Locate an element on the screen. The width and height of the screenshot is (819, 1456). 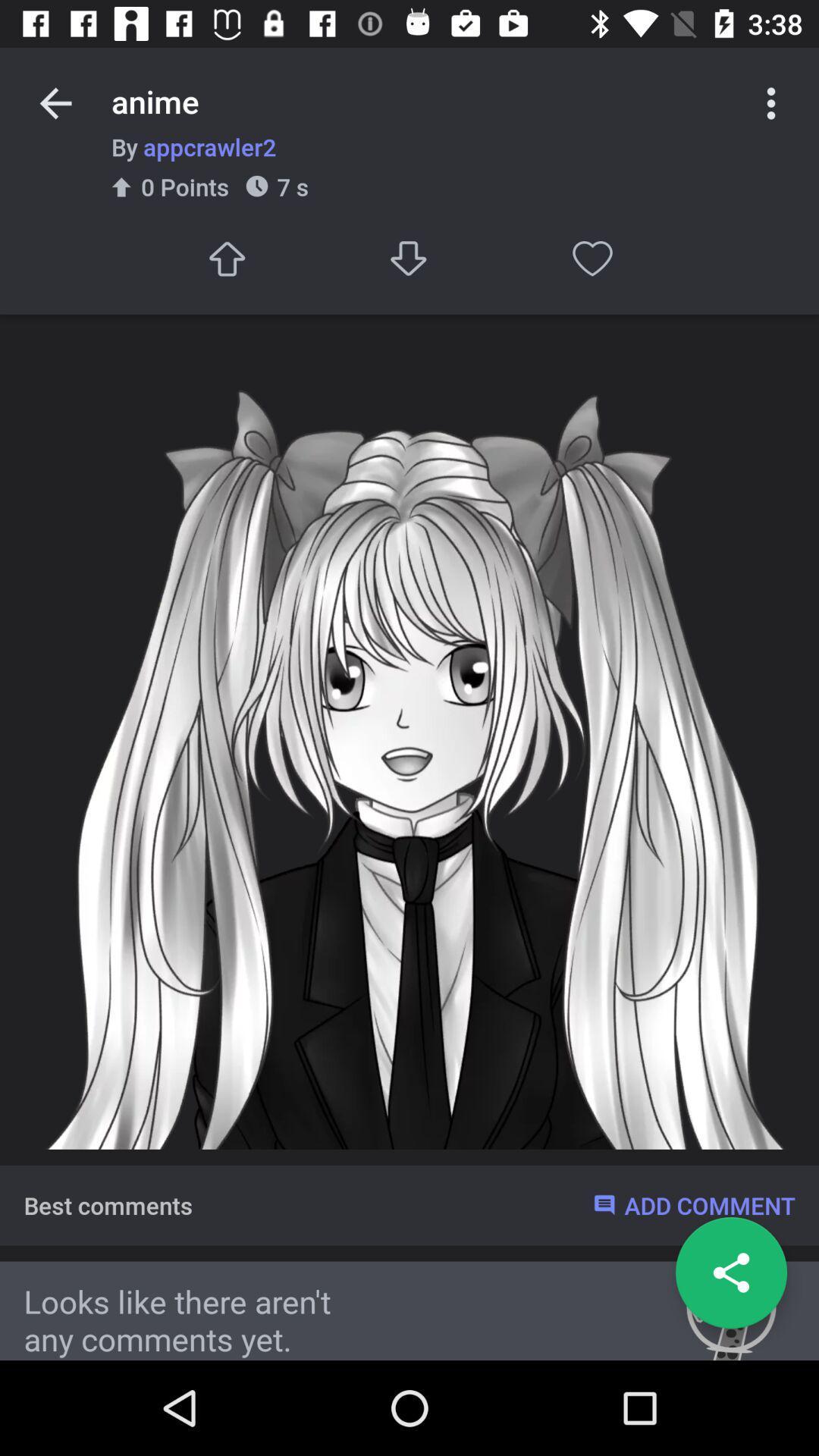
down arrow is located at coordinates (409, 259).